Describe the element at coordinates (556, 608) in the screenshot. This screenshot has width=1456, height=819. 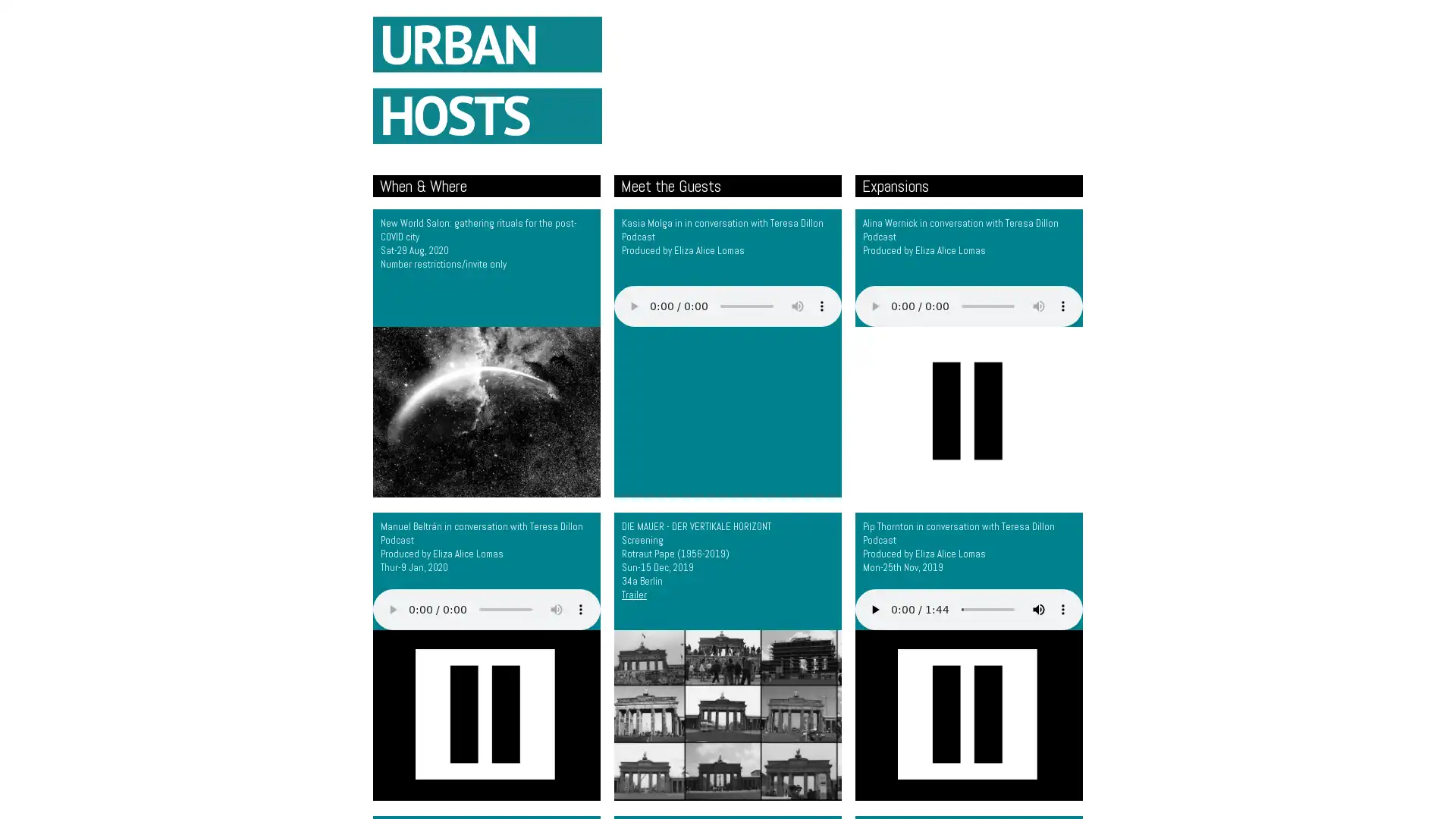
I see `mute` at that location.